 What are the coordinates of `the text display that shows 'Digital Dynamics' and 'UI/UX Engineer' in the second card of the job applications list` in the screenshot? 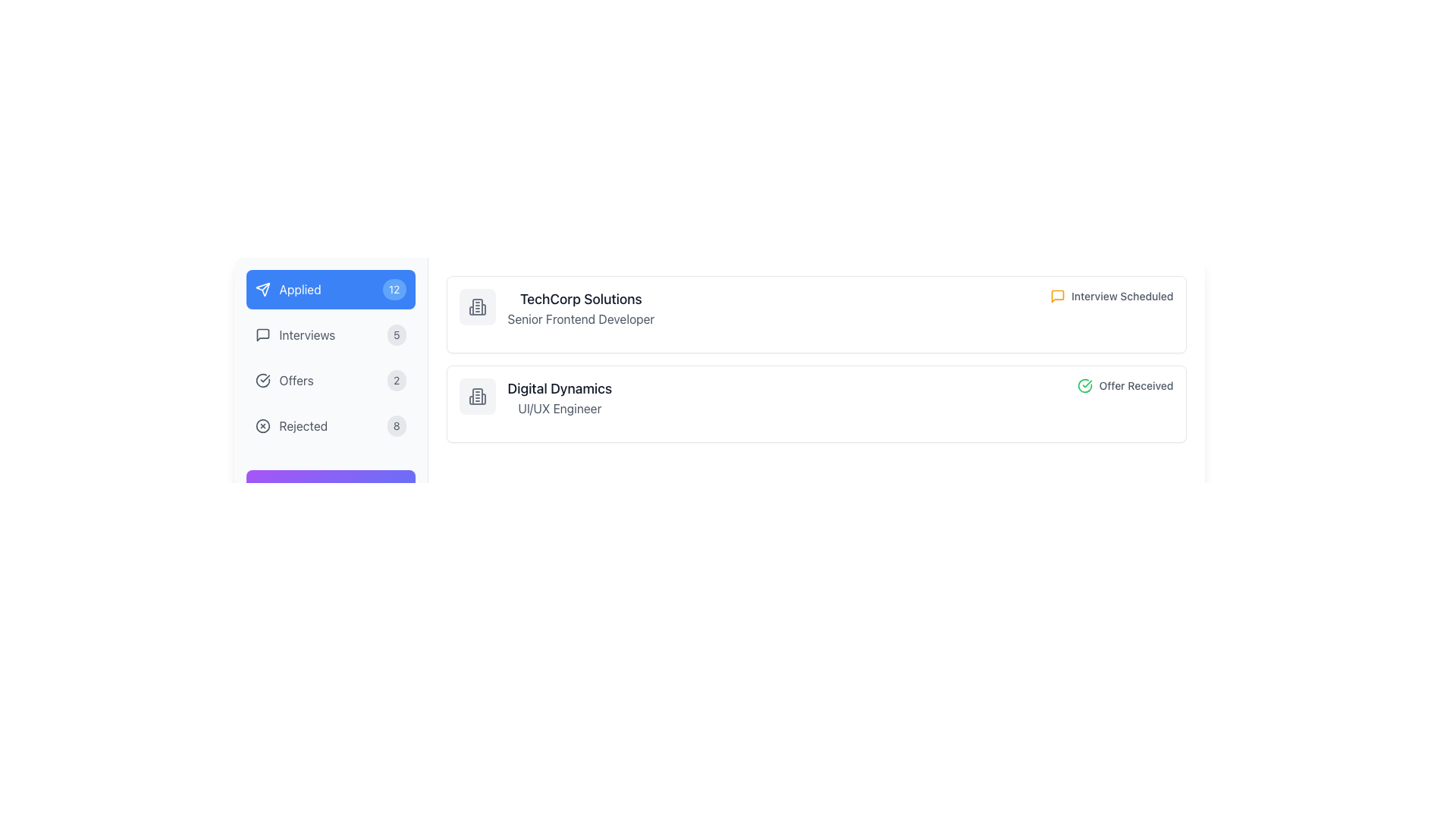 It's located at (559, 397).